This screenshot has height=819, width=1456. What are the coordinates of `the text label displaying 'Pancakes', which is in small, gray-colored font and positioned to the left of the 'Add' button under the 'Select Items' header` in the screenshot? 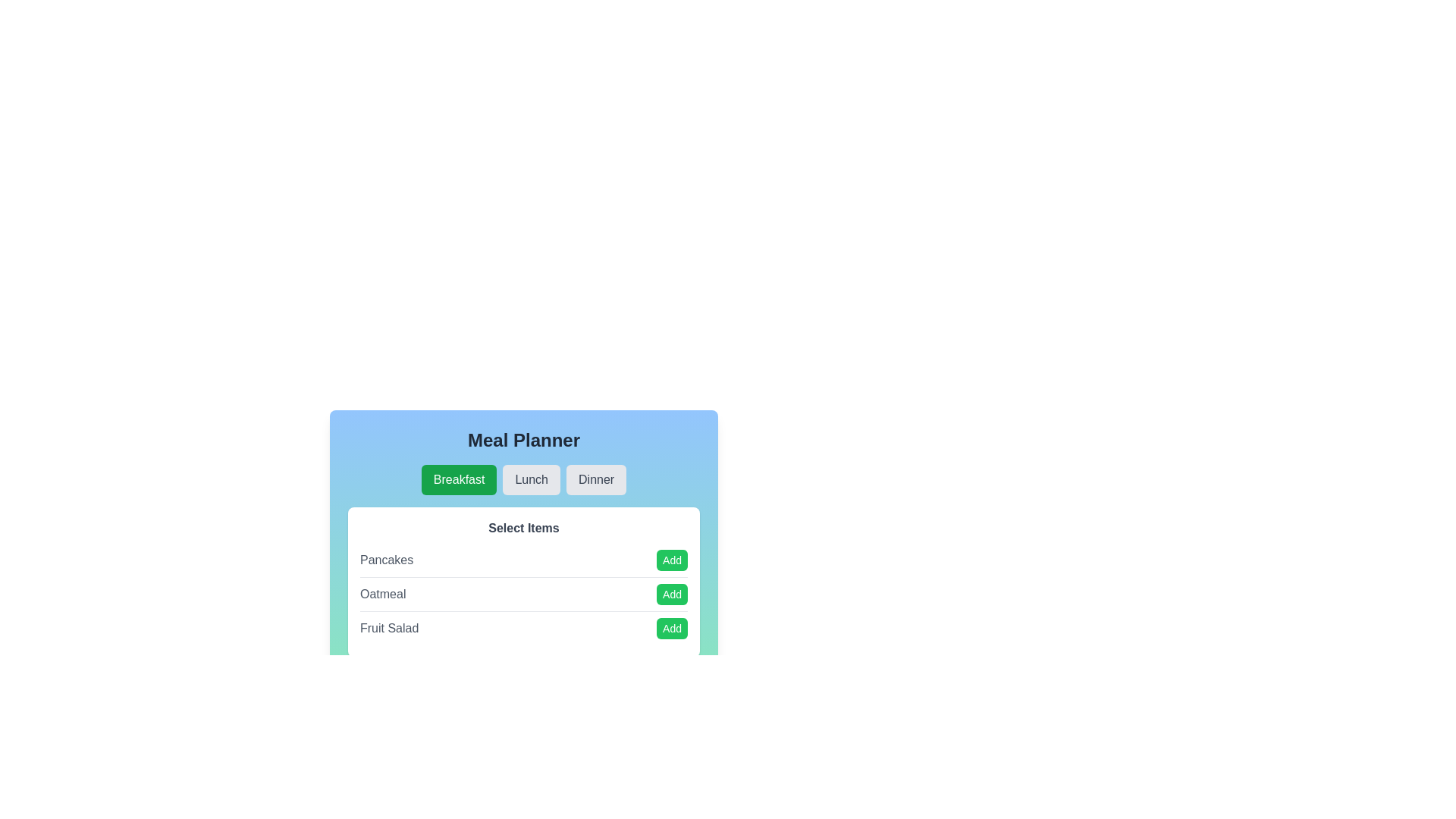 It's located at (387, 560).